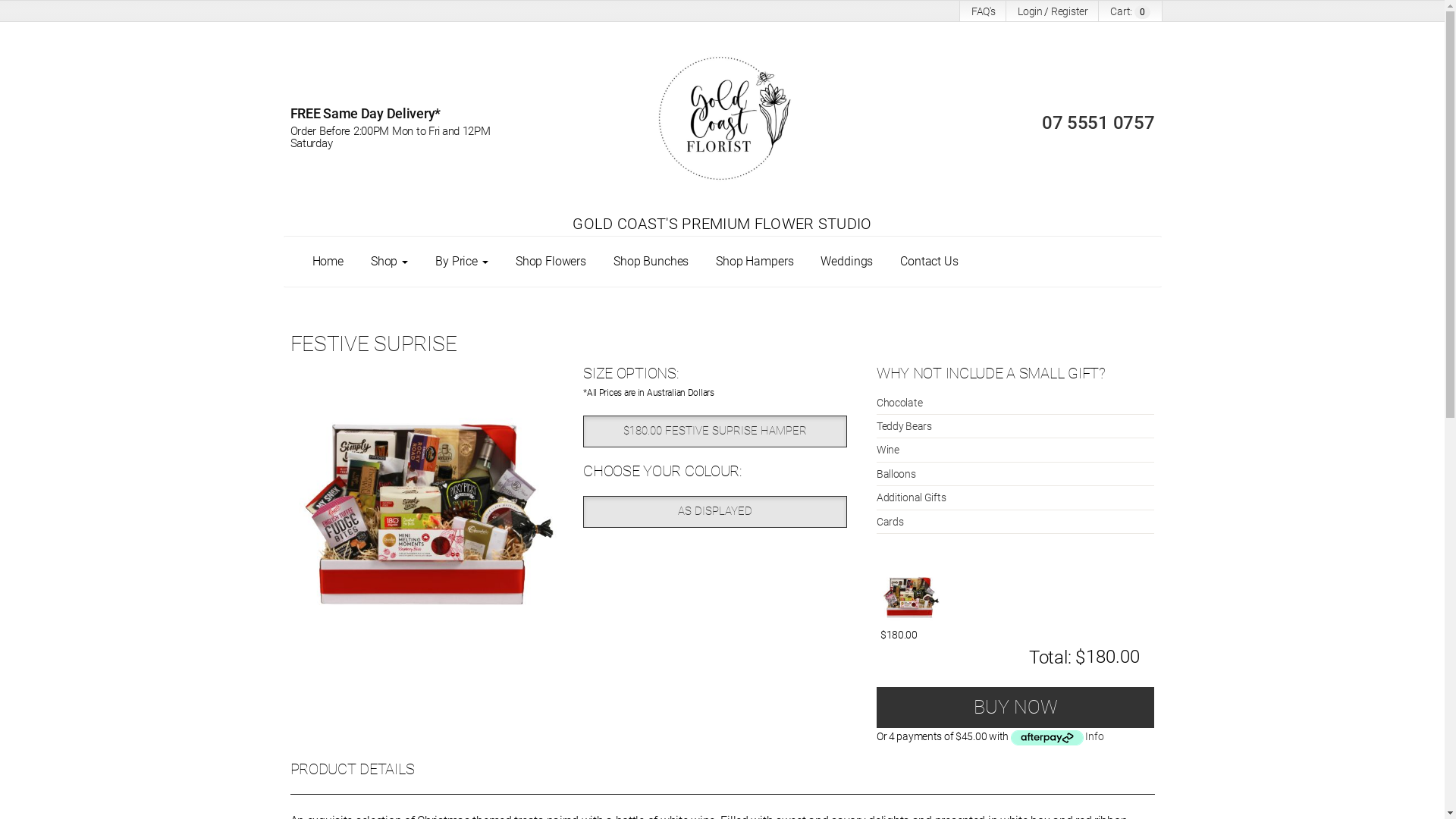  I want to click on 'Weddings', so click(806, 260).